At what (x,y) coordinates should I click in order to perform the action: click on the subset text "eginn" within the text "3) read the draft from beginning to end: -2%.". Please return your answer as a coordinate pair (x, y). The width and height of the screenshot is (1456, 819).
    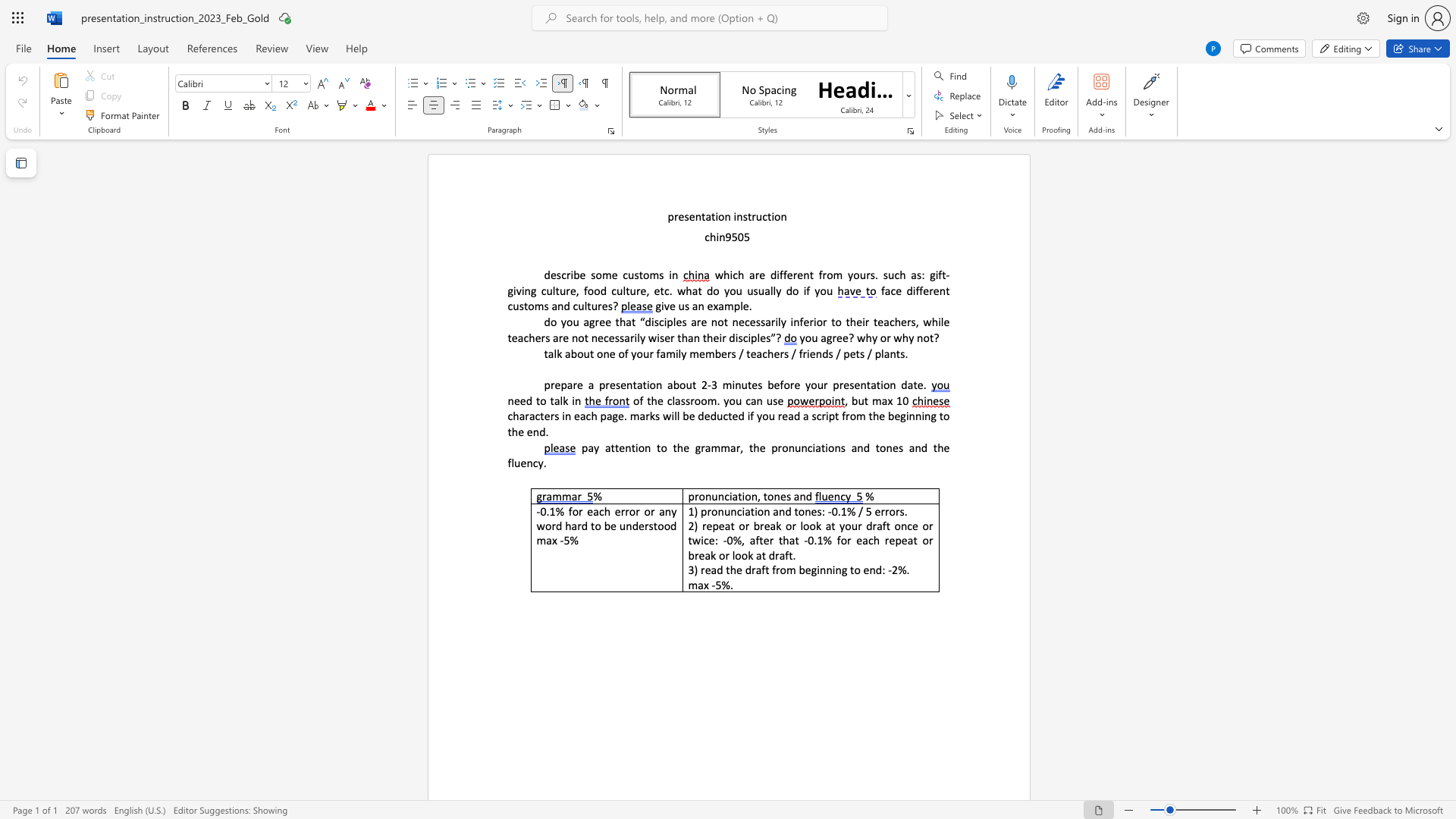
    Looking at the image, I should click on (804, 570).